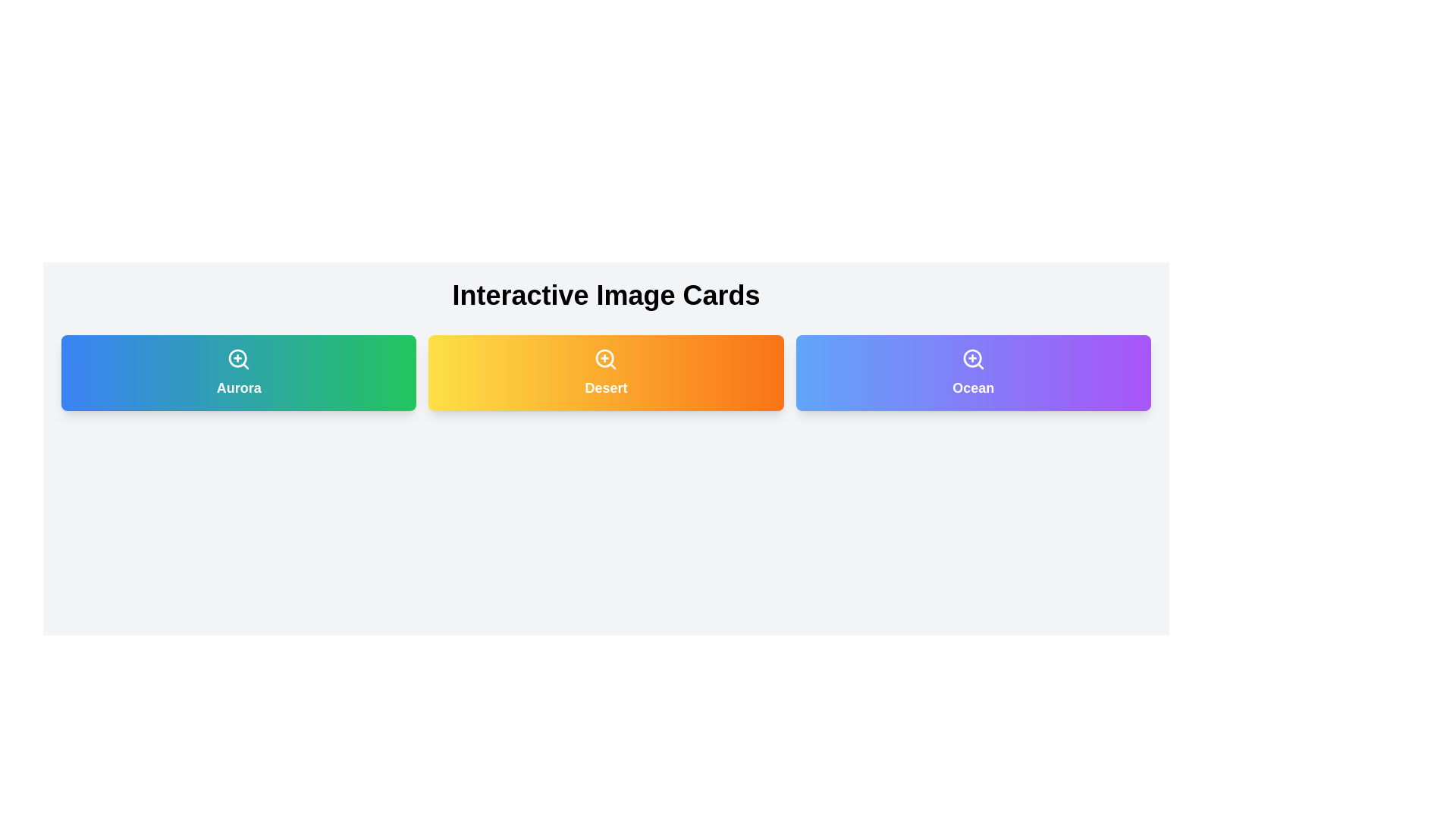 The image size is (1456, 819). I want to click on the blue-to-green gradient card labeled 'Aurora' with a magnifying glass icon and bold white text, which is the first card in a set of three horizontally aligned cards, so click(238, 373).